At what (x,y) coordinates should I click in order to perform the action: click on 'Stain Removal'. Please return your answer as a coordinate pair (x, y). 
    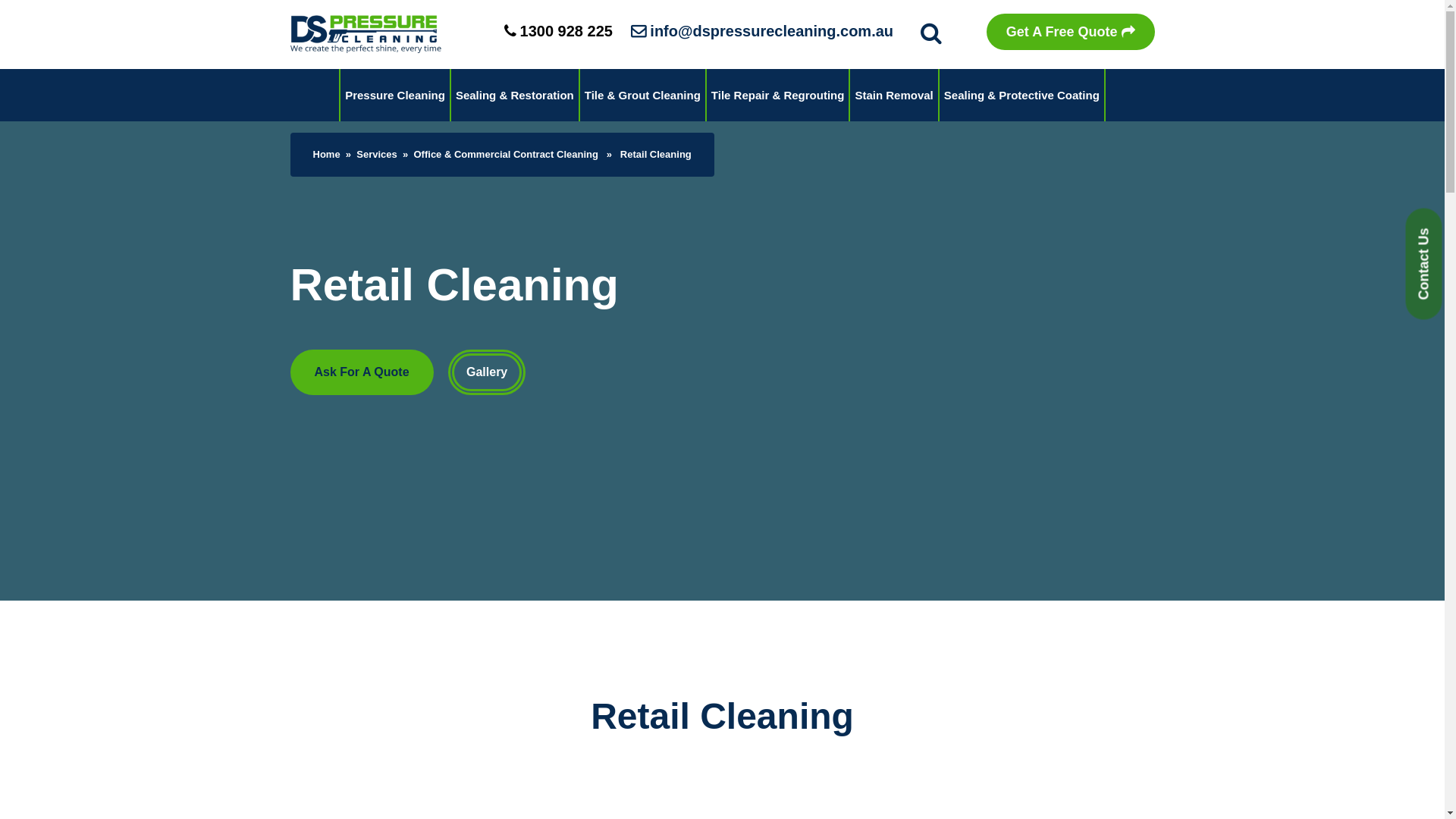
    Looking at the image, I should click on (893, 95).